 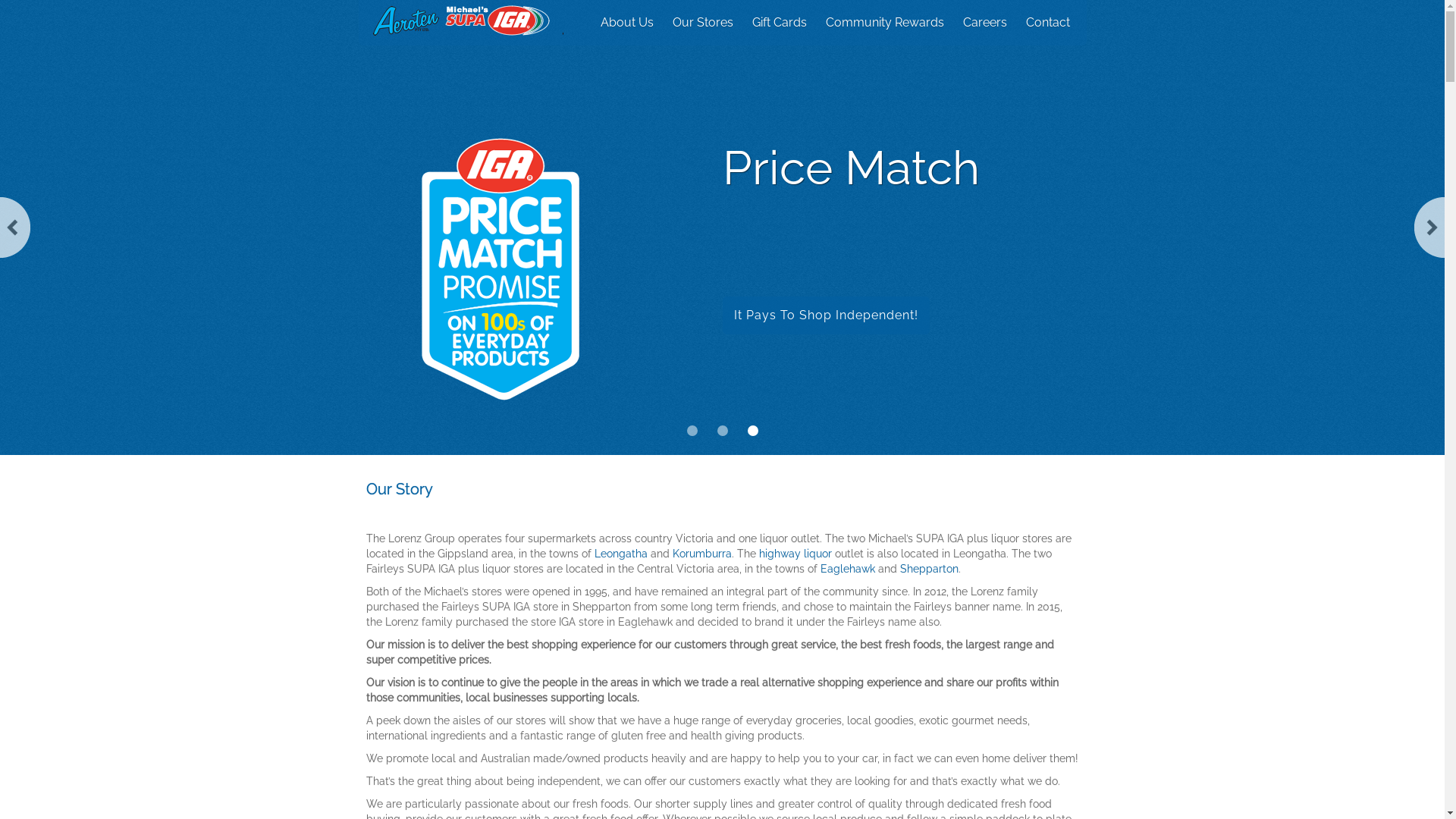 I want to click on 'About Us', so click(x=626, y=22).